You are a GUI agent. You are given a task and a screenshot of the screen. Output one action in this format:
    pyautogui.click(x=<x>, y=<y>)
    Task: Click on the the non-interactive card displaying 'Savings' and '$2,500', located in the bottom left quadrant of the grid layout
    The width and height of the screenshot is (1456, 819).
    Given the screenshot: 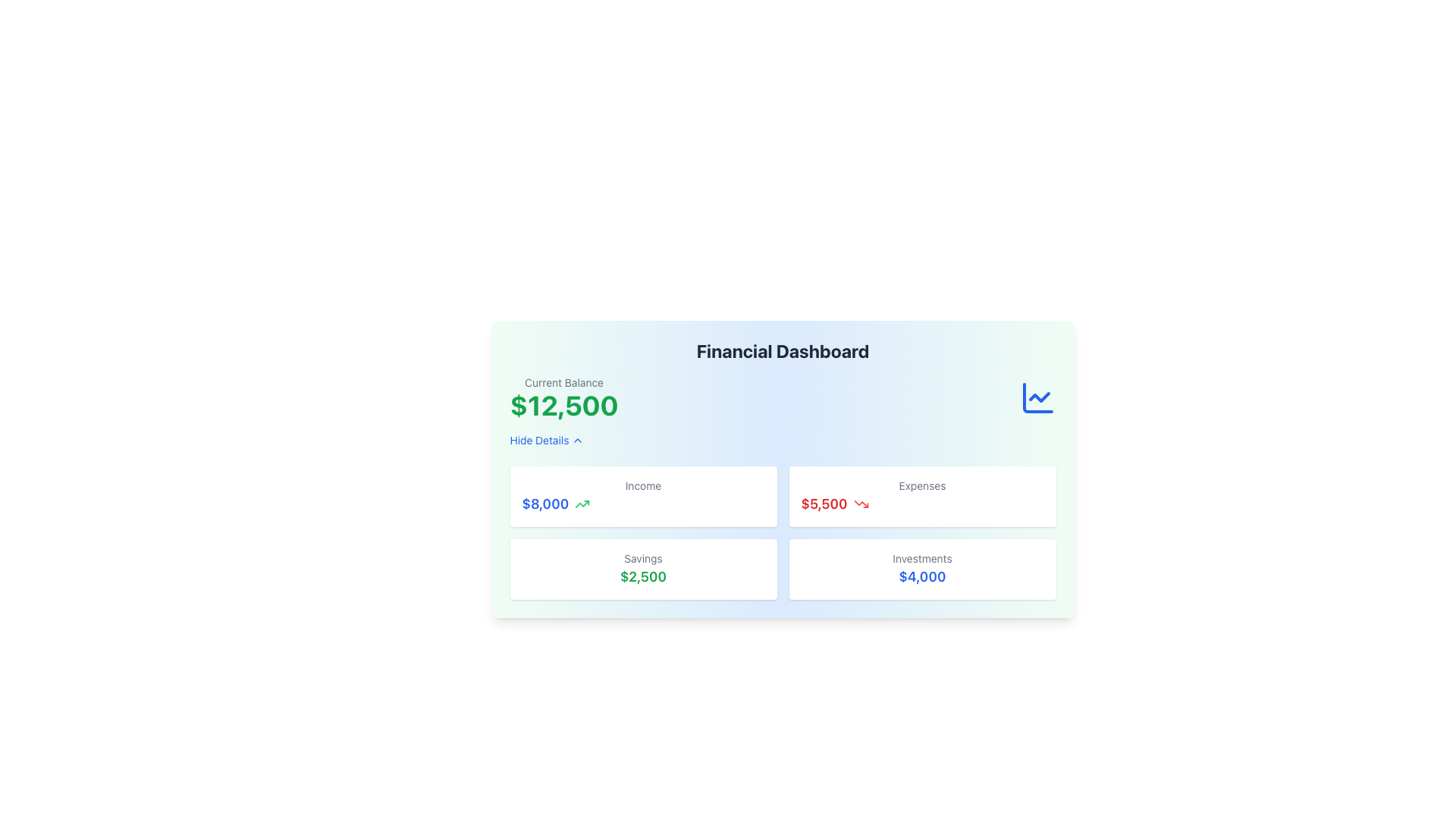 What is the action you would take?
    pyautogui.click(x=643, y=570)
    